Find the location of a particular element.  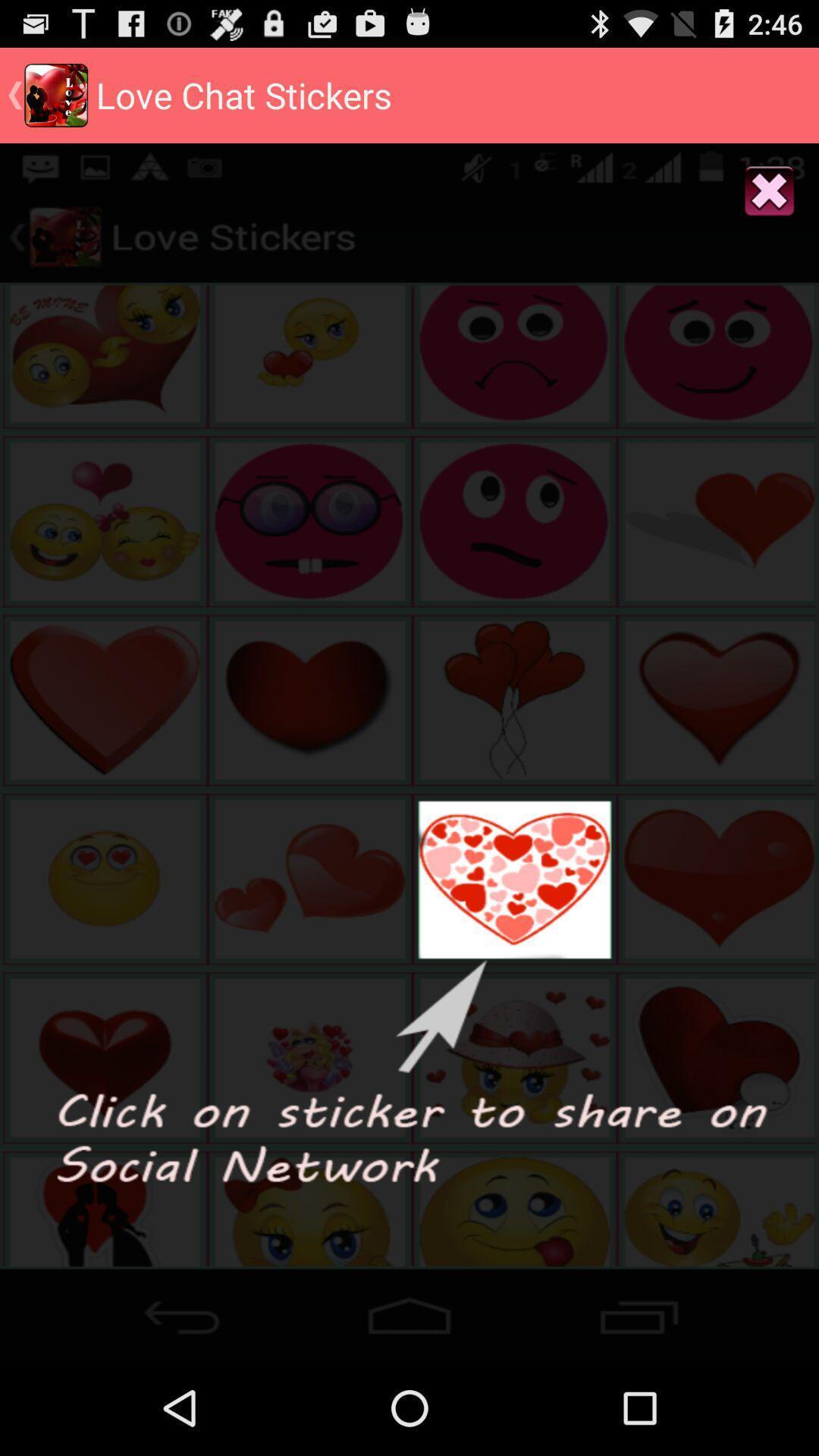

heart emoji is located at coordinates (409, 1310).